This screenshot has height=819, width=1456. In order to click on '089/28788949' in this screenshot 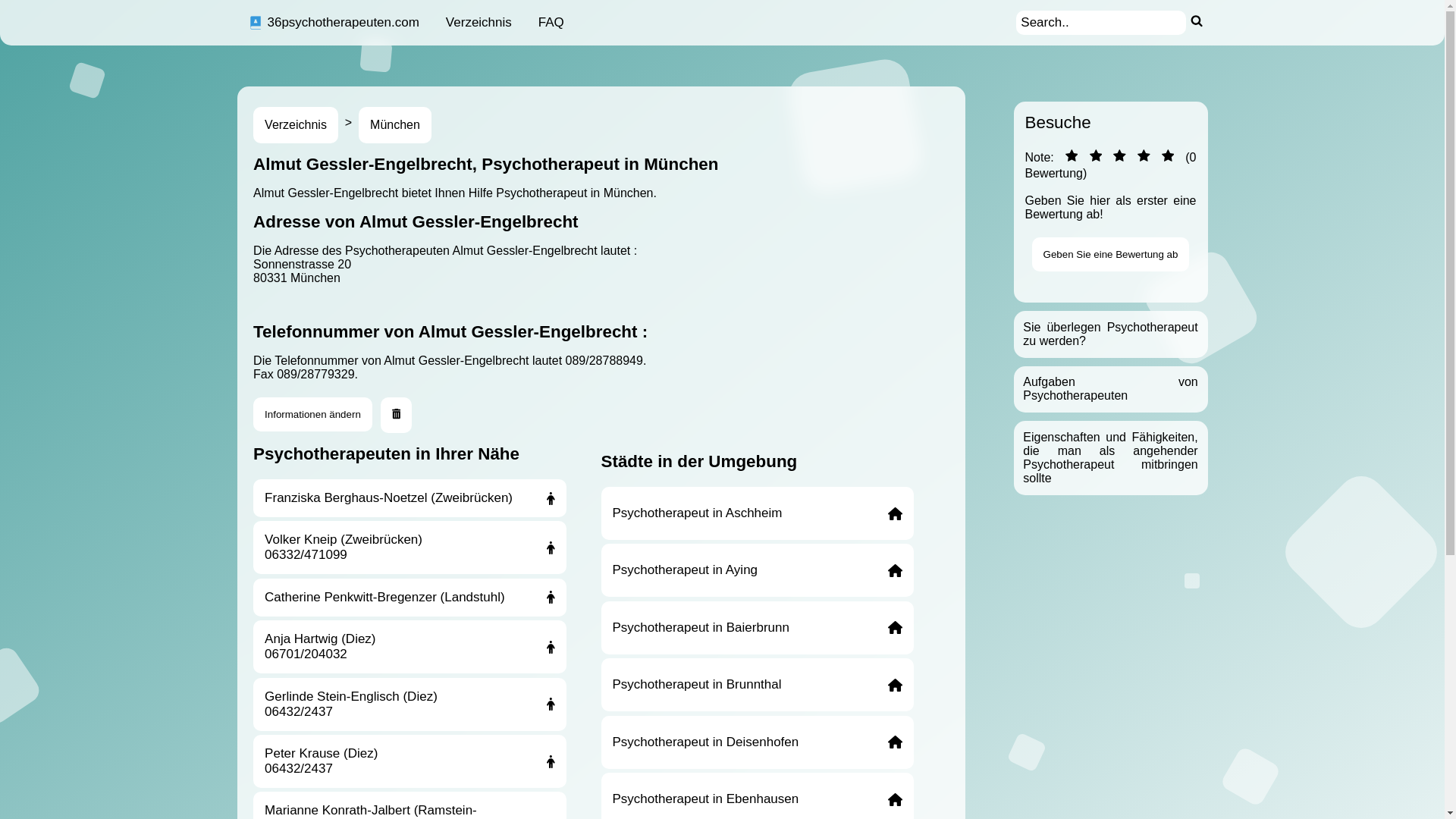, I will do `click(603, 360)`.